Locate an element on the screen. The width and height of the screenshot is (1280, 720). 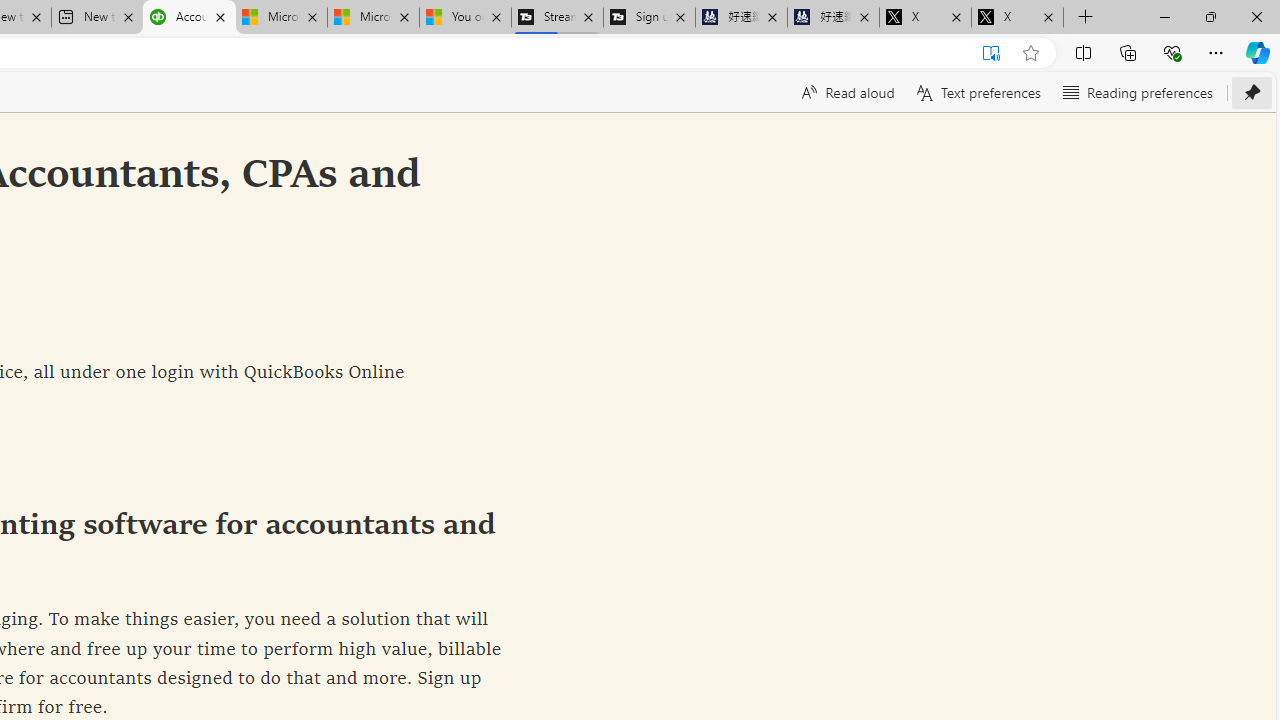
'Microsoft Start Sports' is located at coordinates (279, 17).